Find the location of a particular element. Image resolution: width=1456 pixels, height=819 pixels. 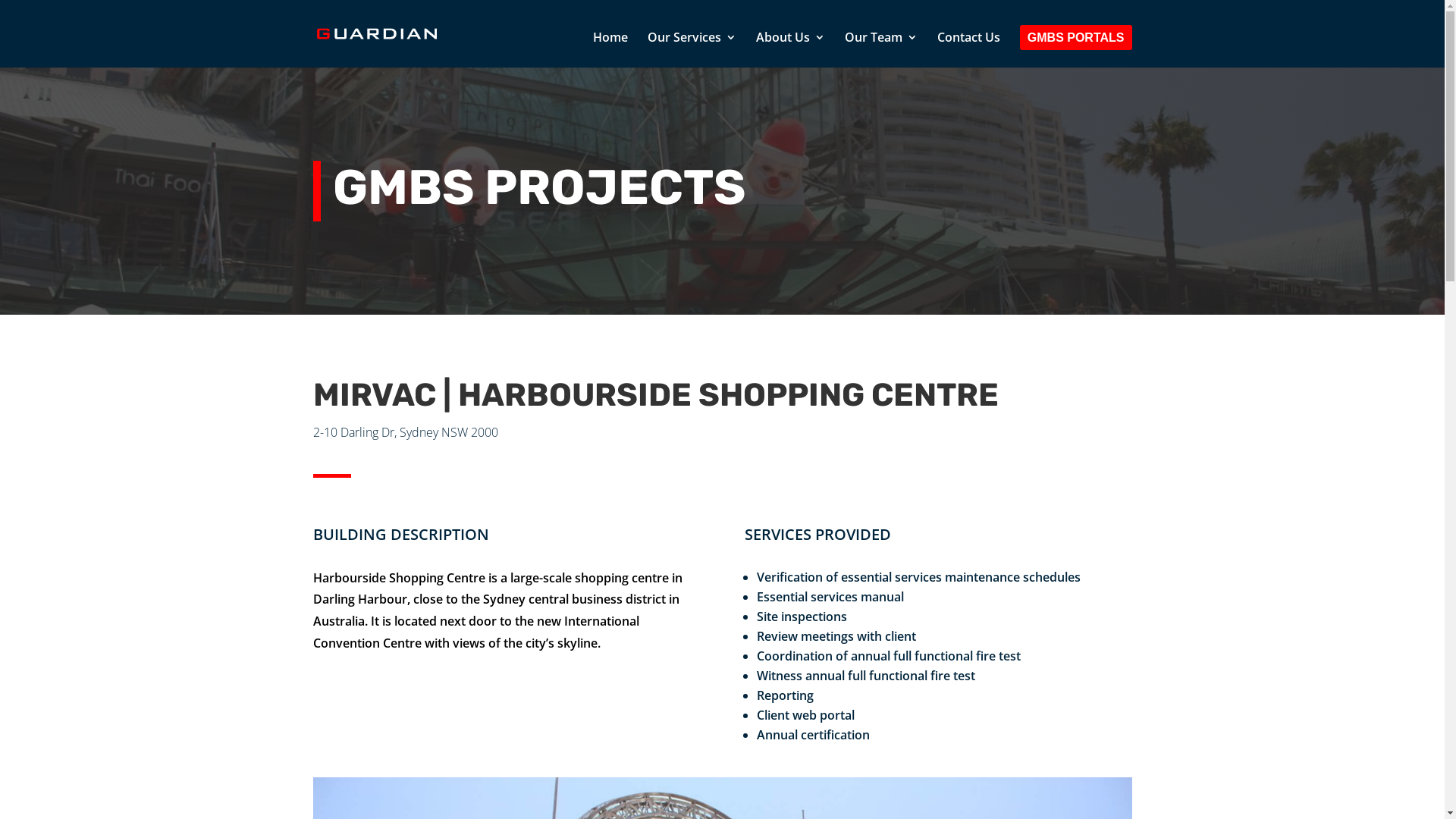

'Home' is located at coordinates (610, 49).